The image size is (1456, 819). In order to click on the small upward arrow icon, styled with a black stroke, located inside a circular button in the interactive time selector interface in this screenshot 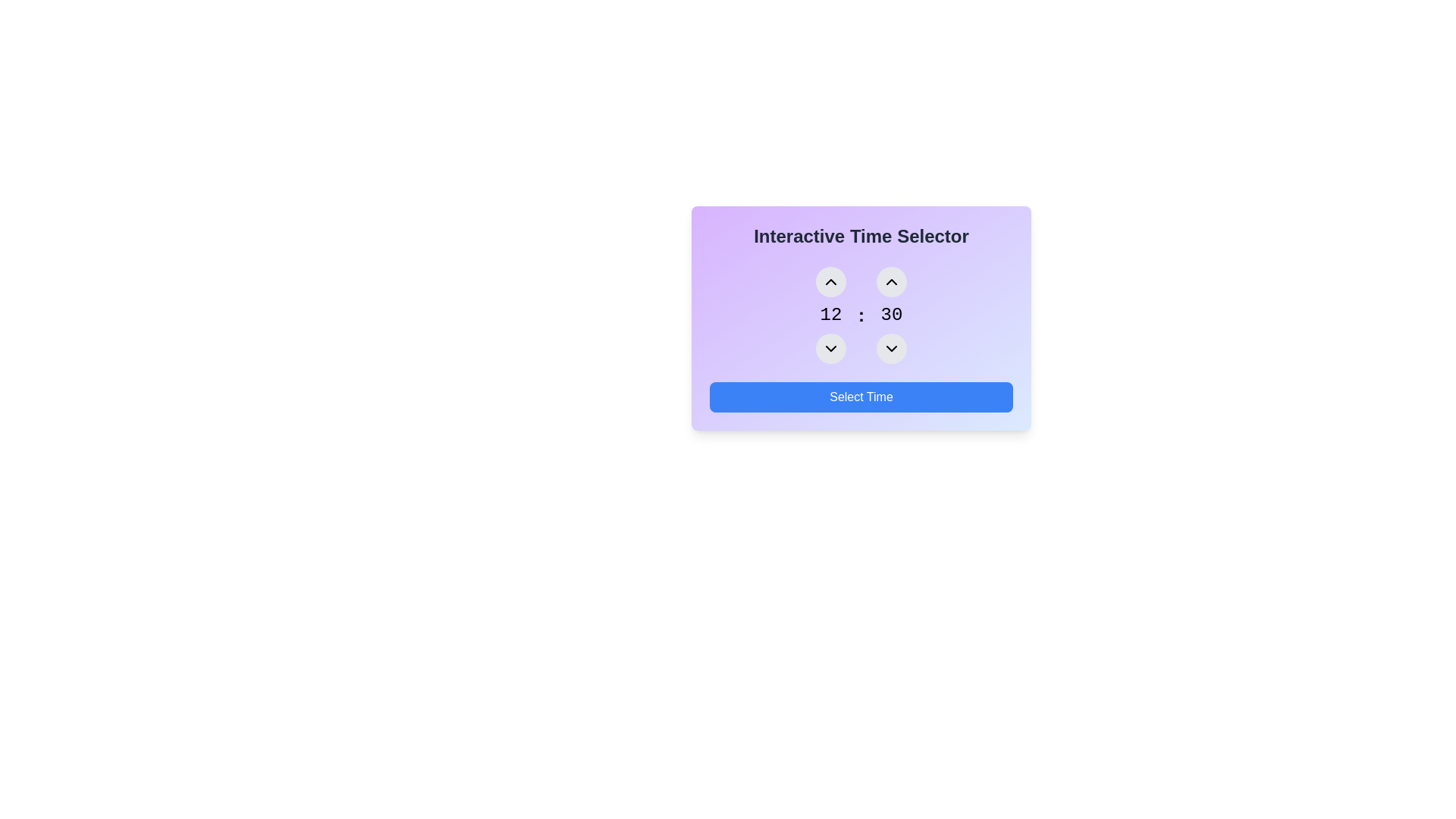, I will do `click(892, 281)`.